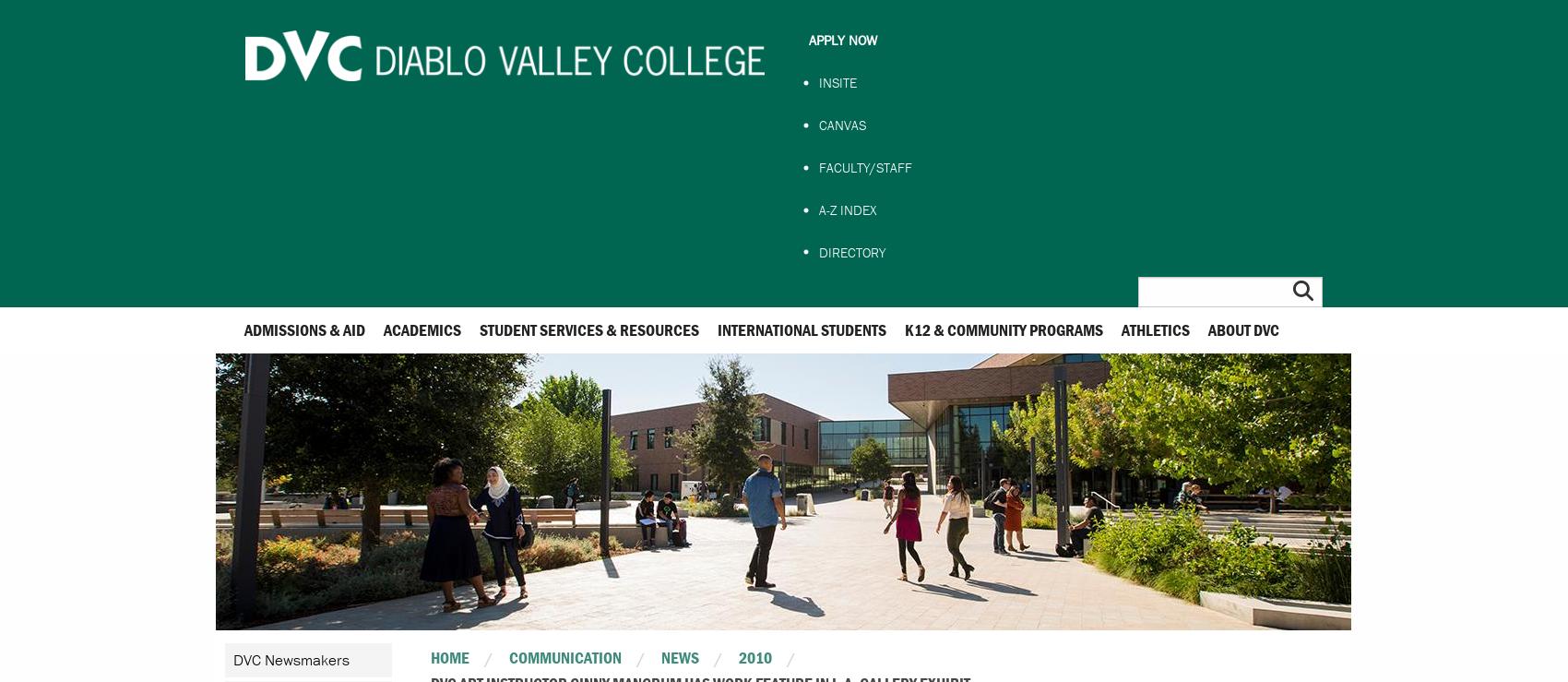  I want to click on 'Directory', so click(850, 250).